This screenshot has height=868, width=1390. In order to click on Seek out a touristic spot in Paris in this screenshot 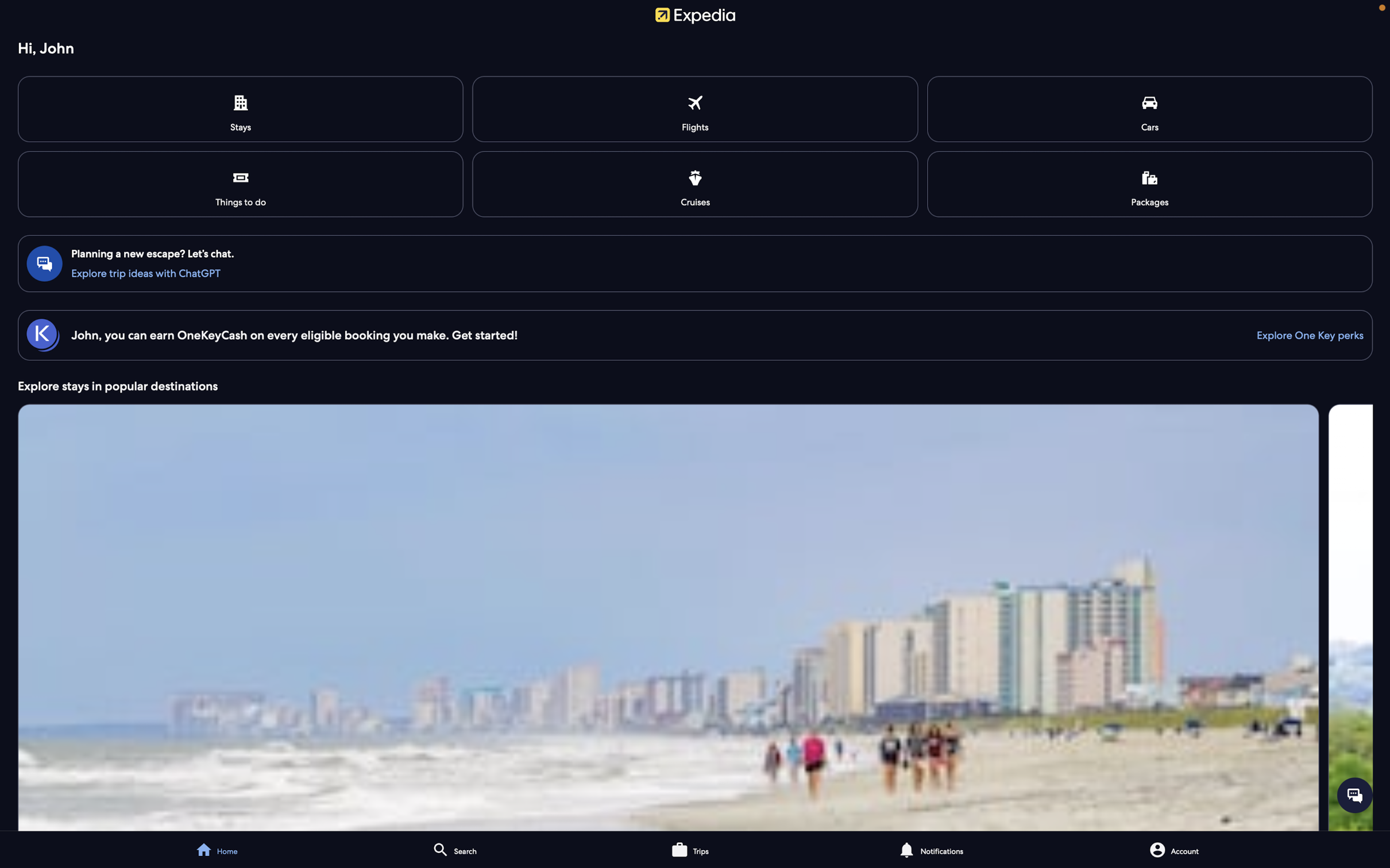, I will do `click(506, 848)`.